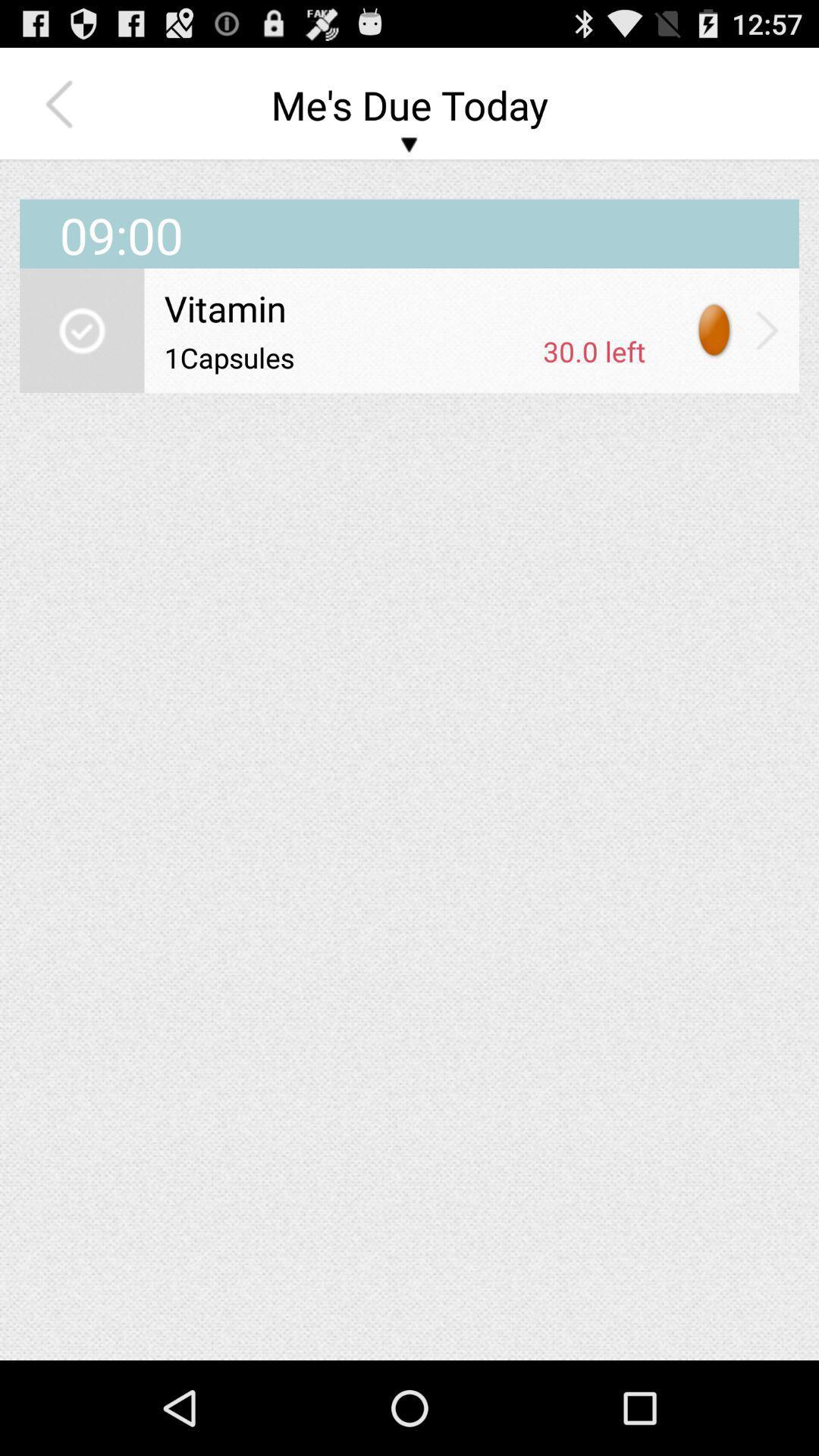 The width and height of the screenshot is (819, 1456). Describe the element at coordinates (767, 329) in the screenshot. I see `item below the 09:00 app` at that location.